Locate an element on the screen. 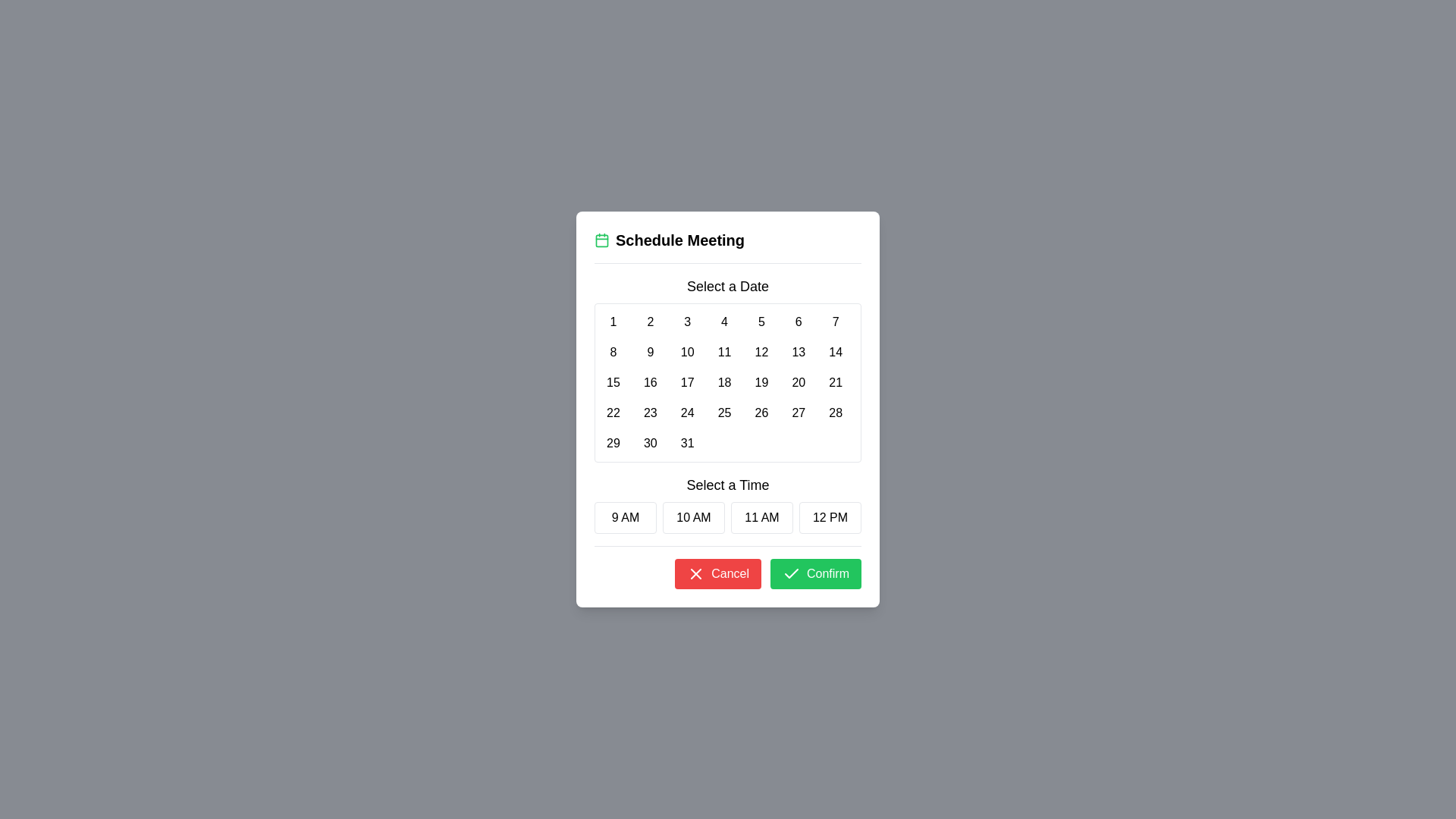 This screenshot has width=1456, height=819. the button displaying the number '30' in the calendar interface is located at coordinates (650, 444).